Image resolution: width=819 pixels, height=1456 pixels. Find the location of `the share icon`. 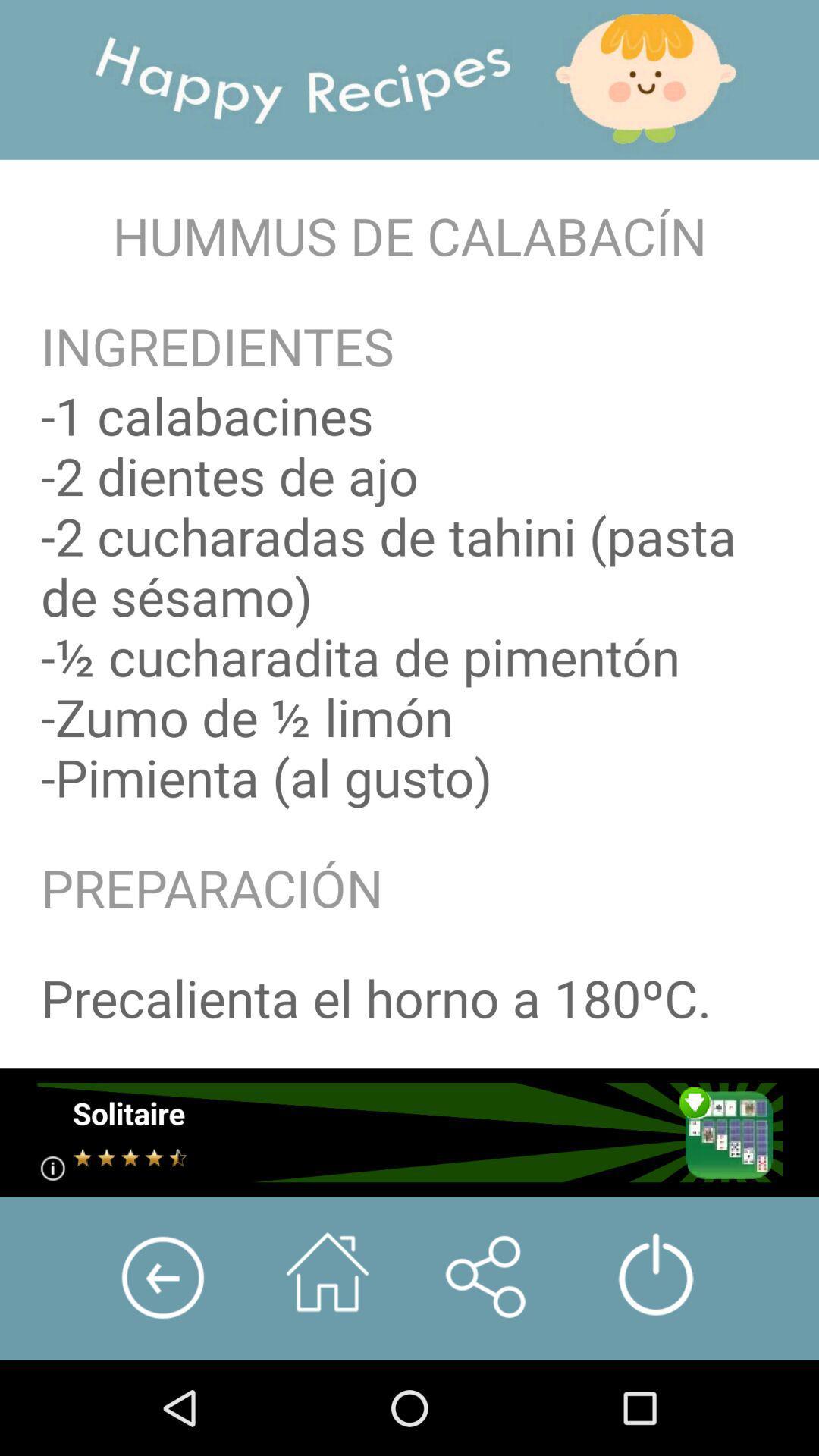

the share icon is located at coordinates (491, 1368).